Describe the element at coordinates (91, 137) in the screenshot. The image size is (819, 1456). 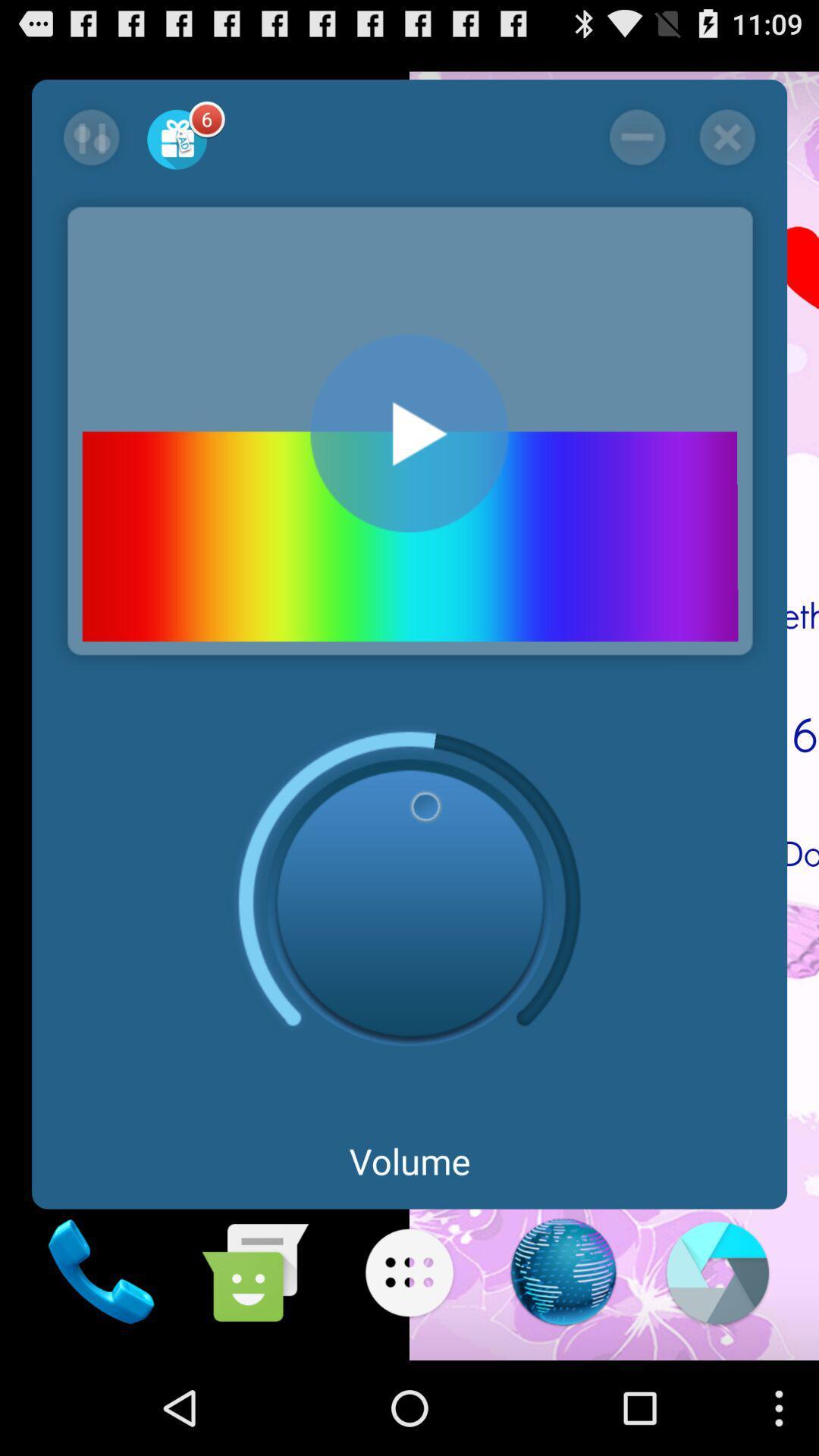
I see `adjust settings` at that location.